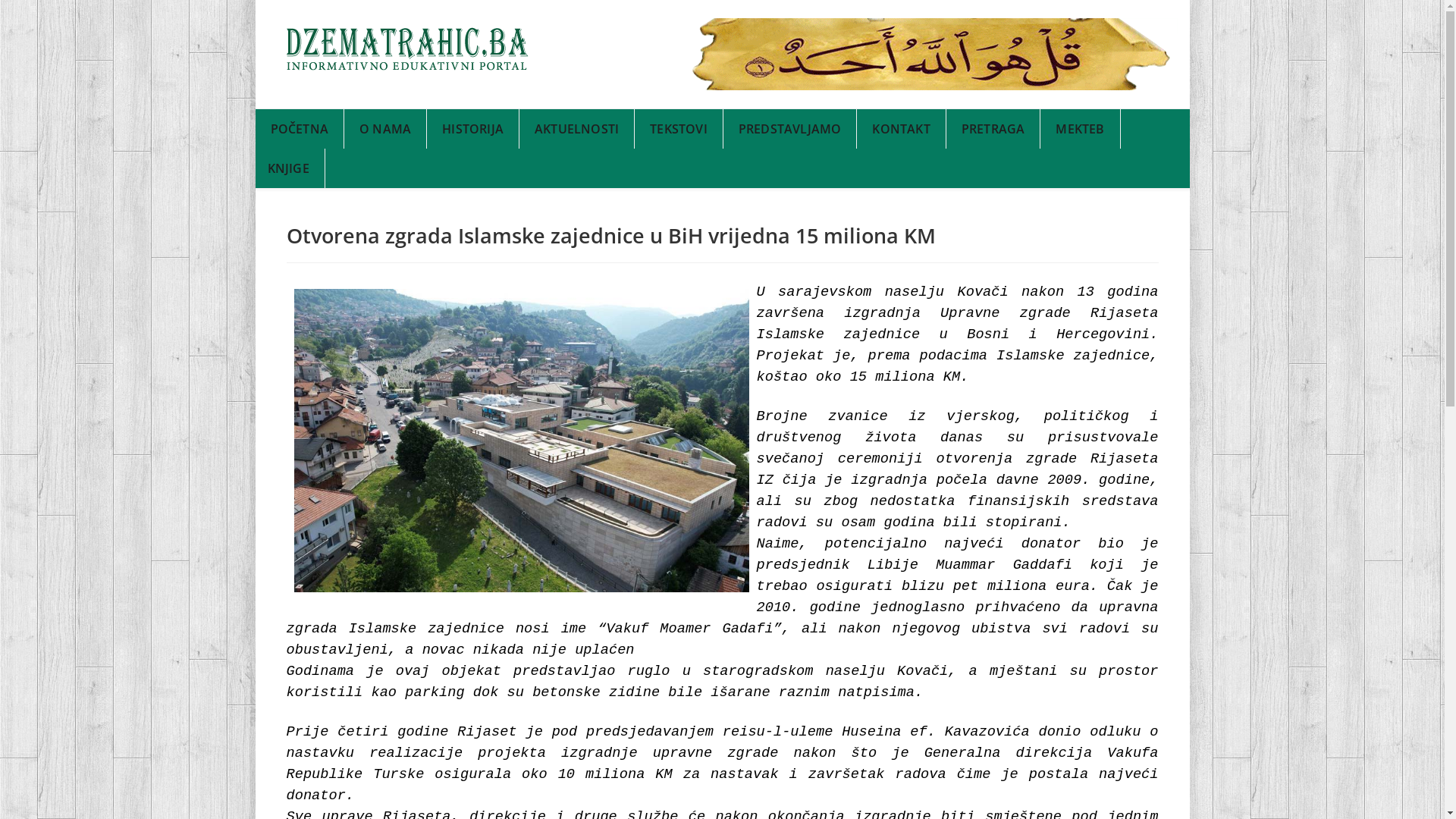  Describe the element at coordinates (385, 127) in the screenshot. I see `'O NAMA'` at that location.